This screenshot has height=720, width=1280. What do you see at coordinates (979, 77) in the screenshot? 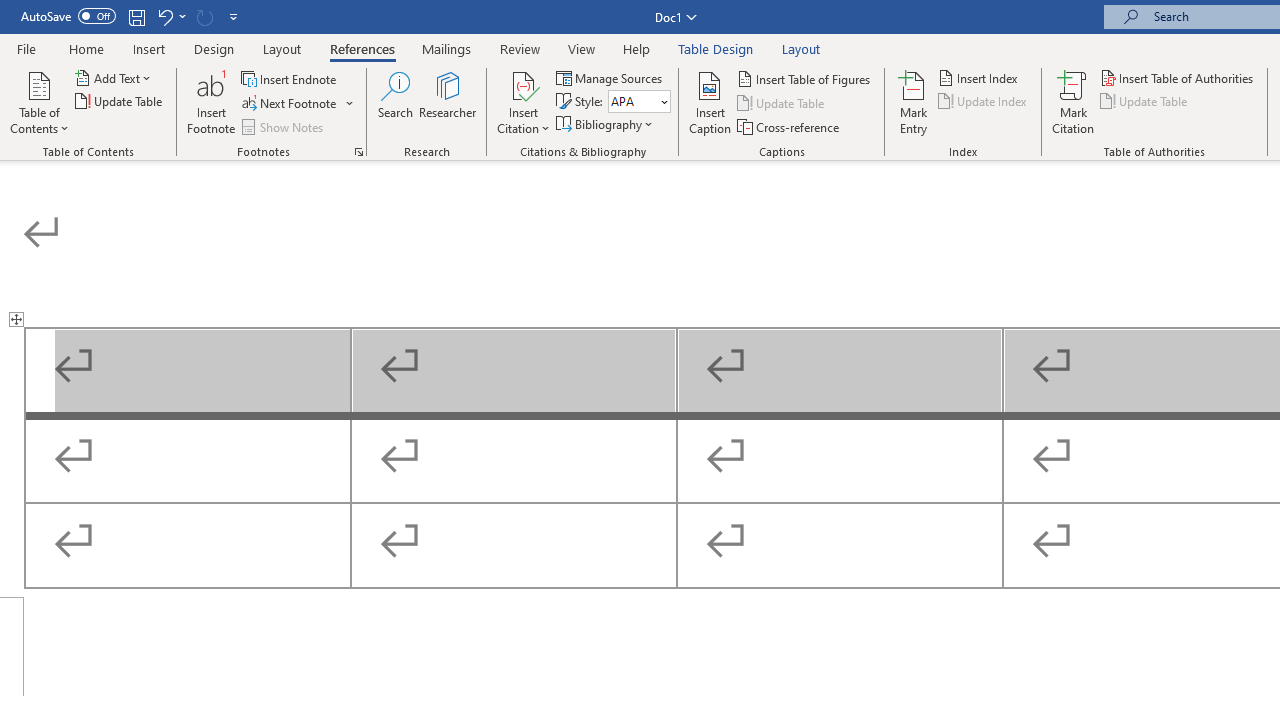
I see `'Insert Index...'` at bounding box center [979, 77].